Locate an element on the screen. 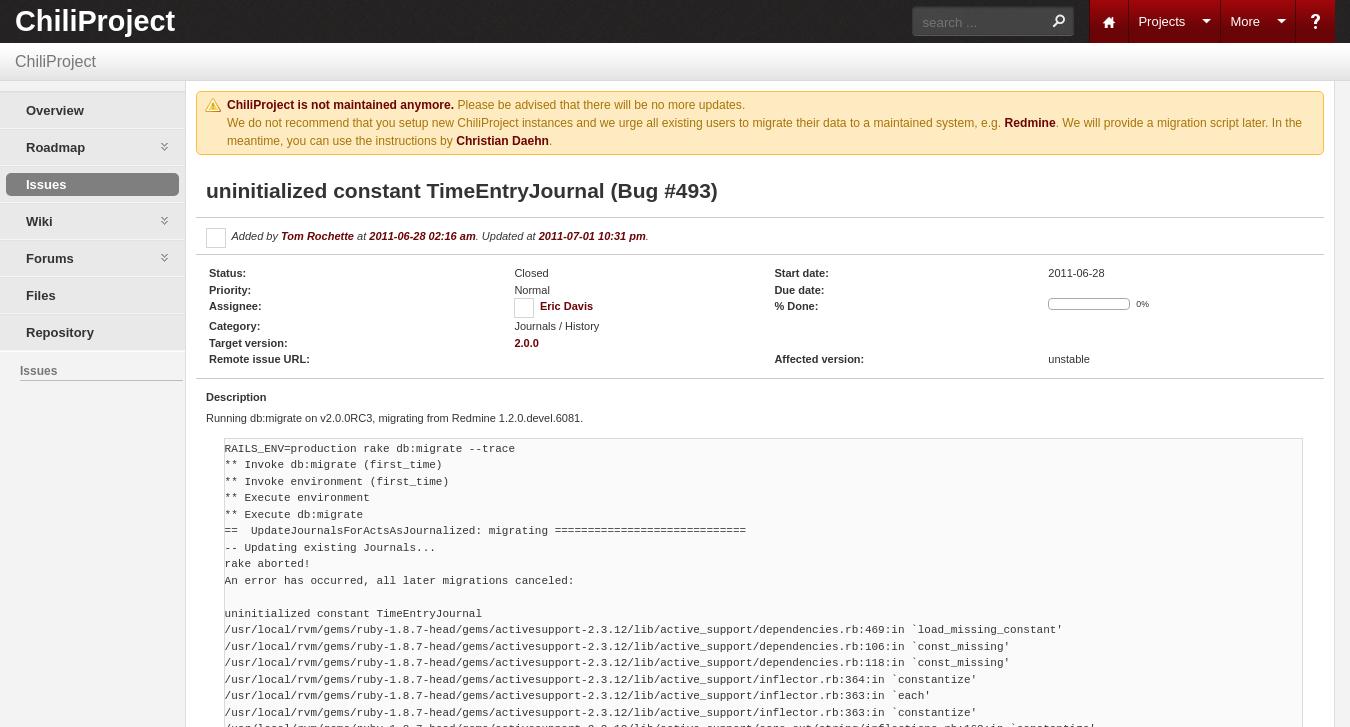  'We do not recommend that you setup new ChiliProject instances and
          we urge all existing users to migrate their data to a maintained
          system, e.g.' is located at coordinates (615, 123).